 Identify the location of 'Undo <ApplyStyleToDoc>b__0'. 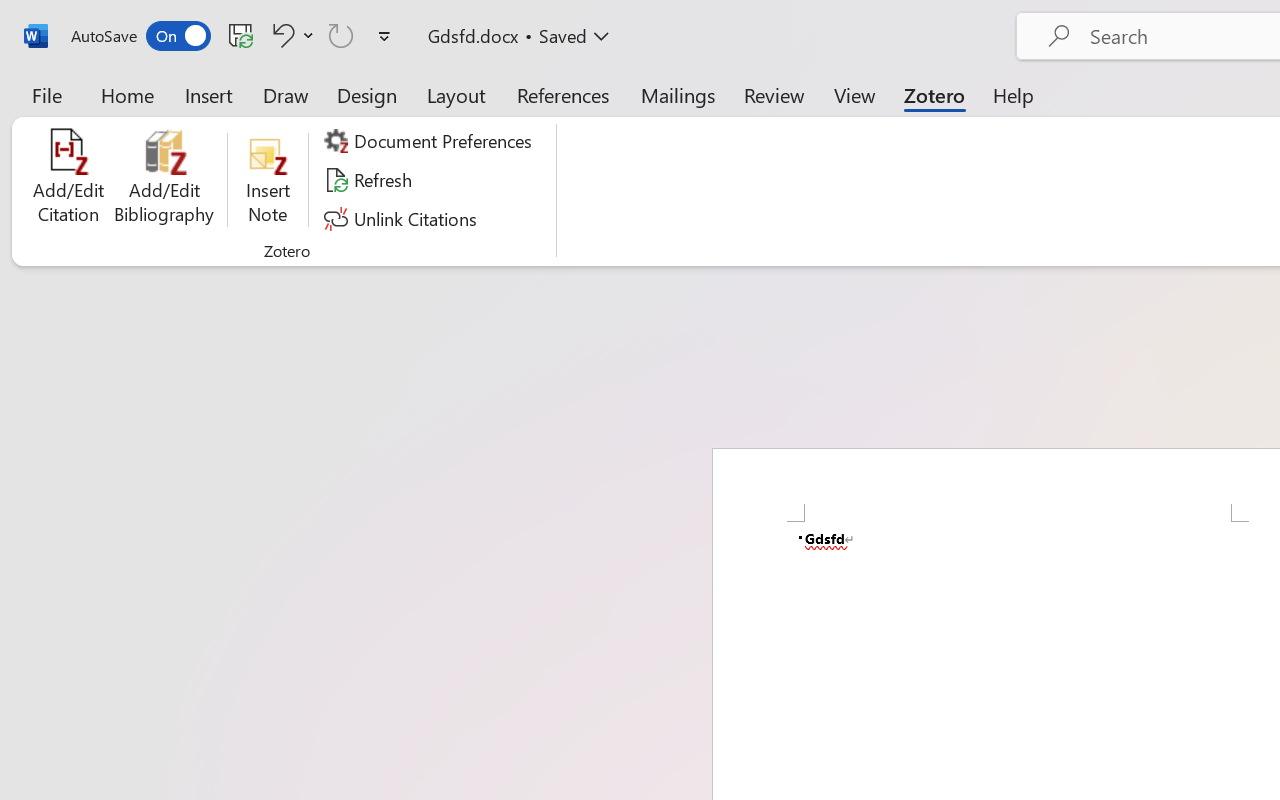
(289, 34).